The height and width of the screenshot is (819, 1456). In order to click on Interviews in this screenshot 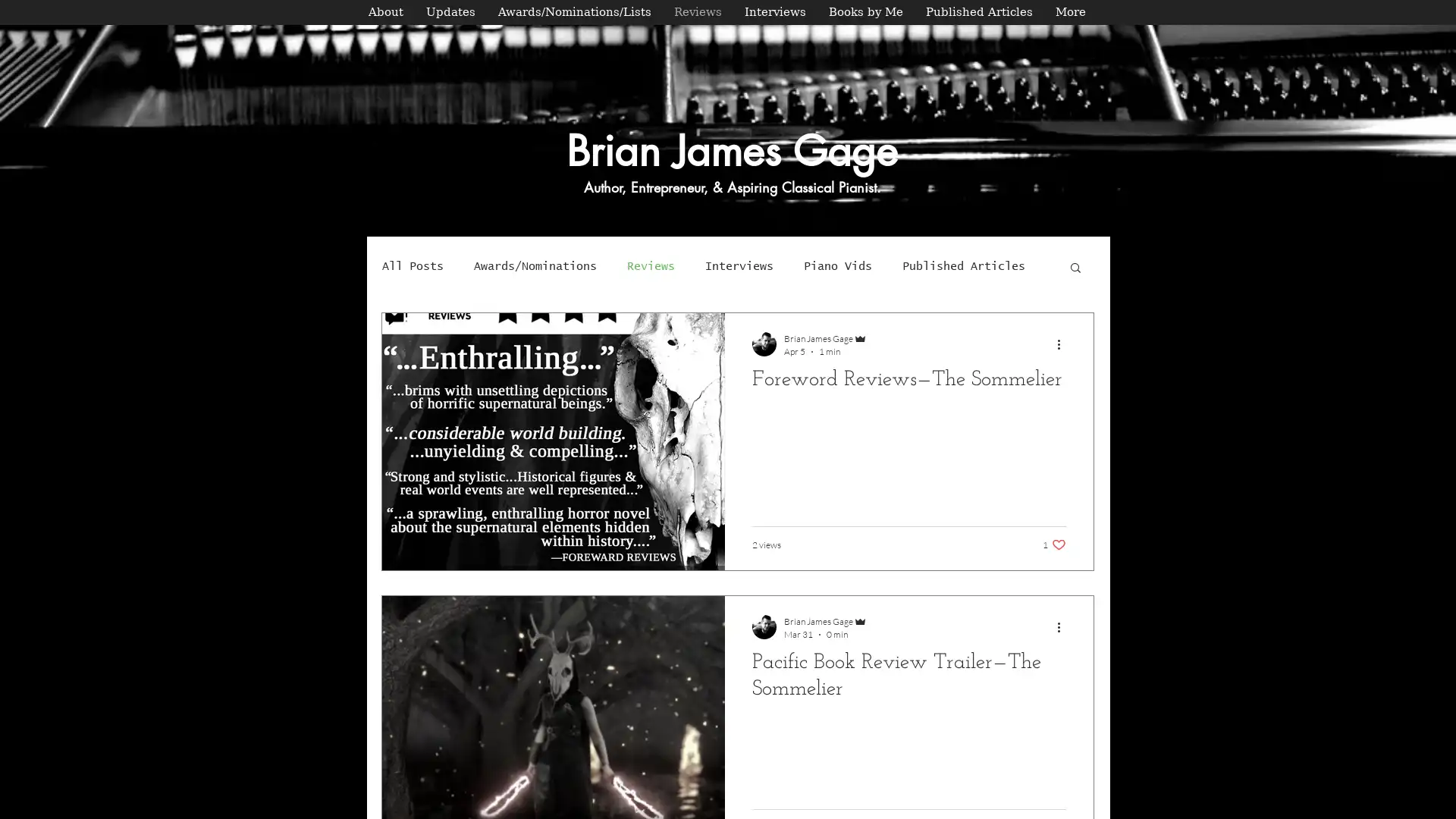, I will do `click(739, 265)`.